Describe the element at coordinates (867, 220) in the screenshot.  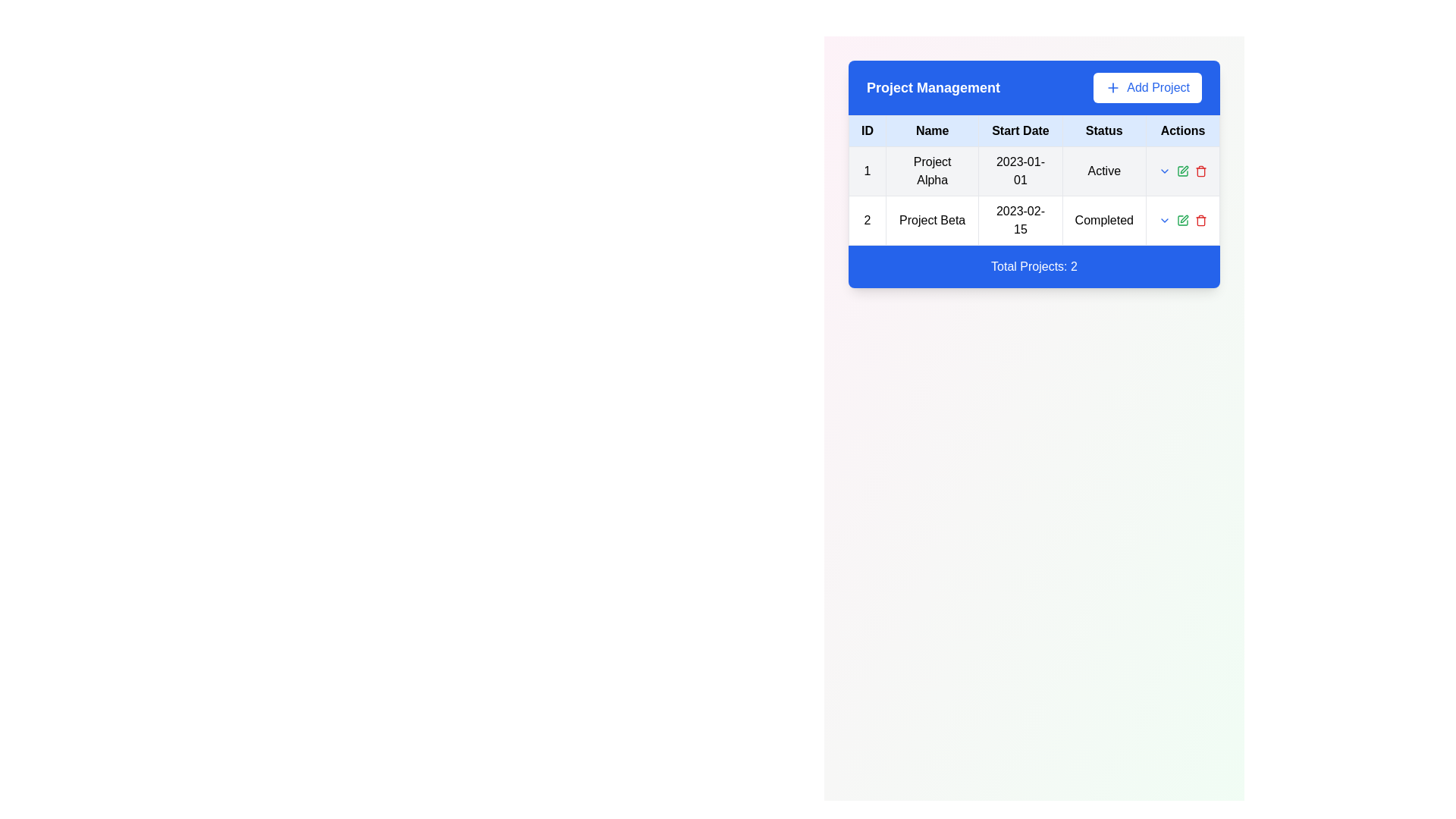
I see `on the text label displaying the number '2' in the first column of the second row of the table under the 'Project Management' header for 'Project Beta'` at that location.